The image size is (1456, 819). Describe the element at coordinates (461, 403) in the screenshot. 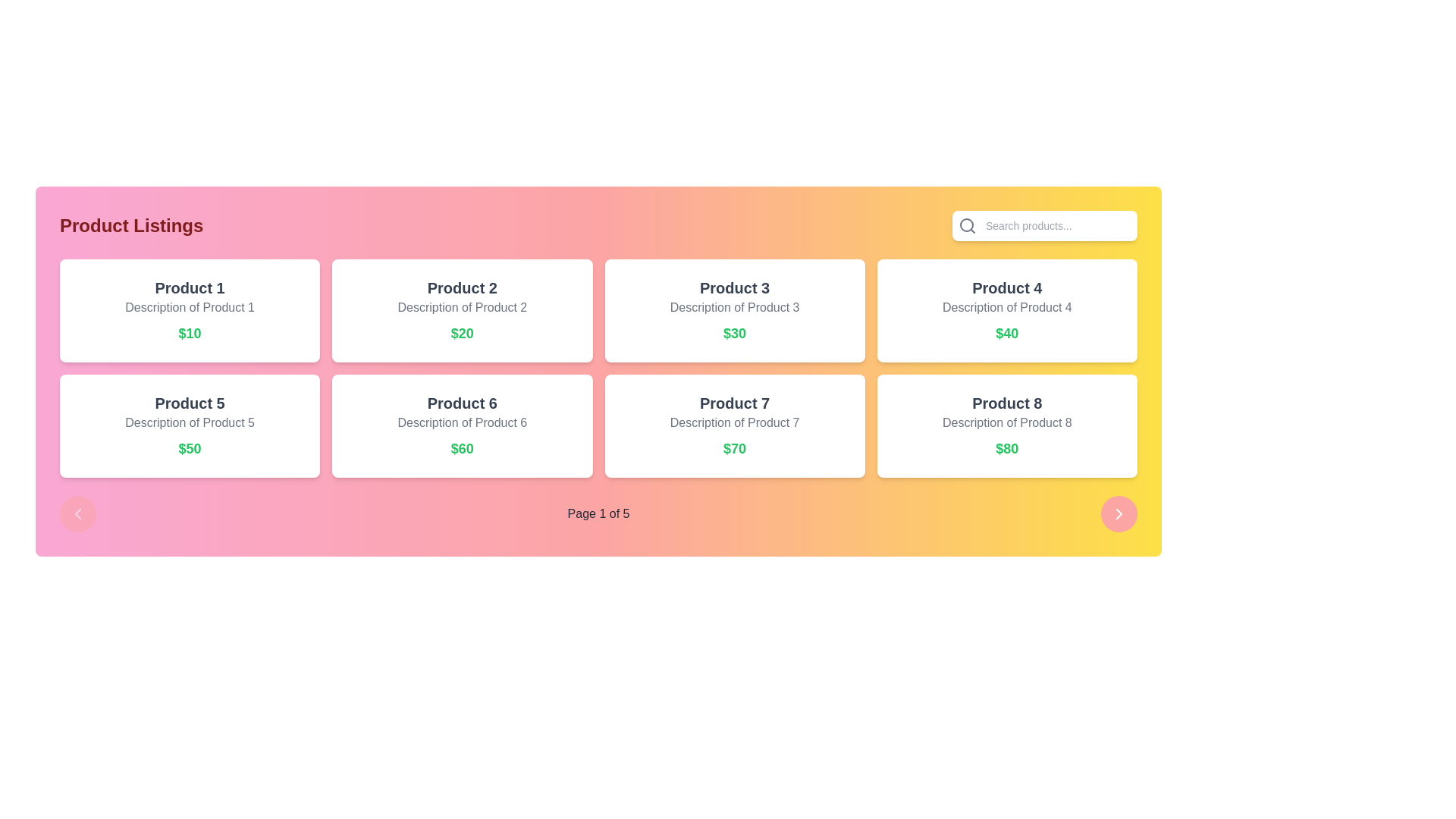

I see `the Label element that serves as the title or name of Product 6, which is located at the top of its card in the product listing interface` at that location.